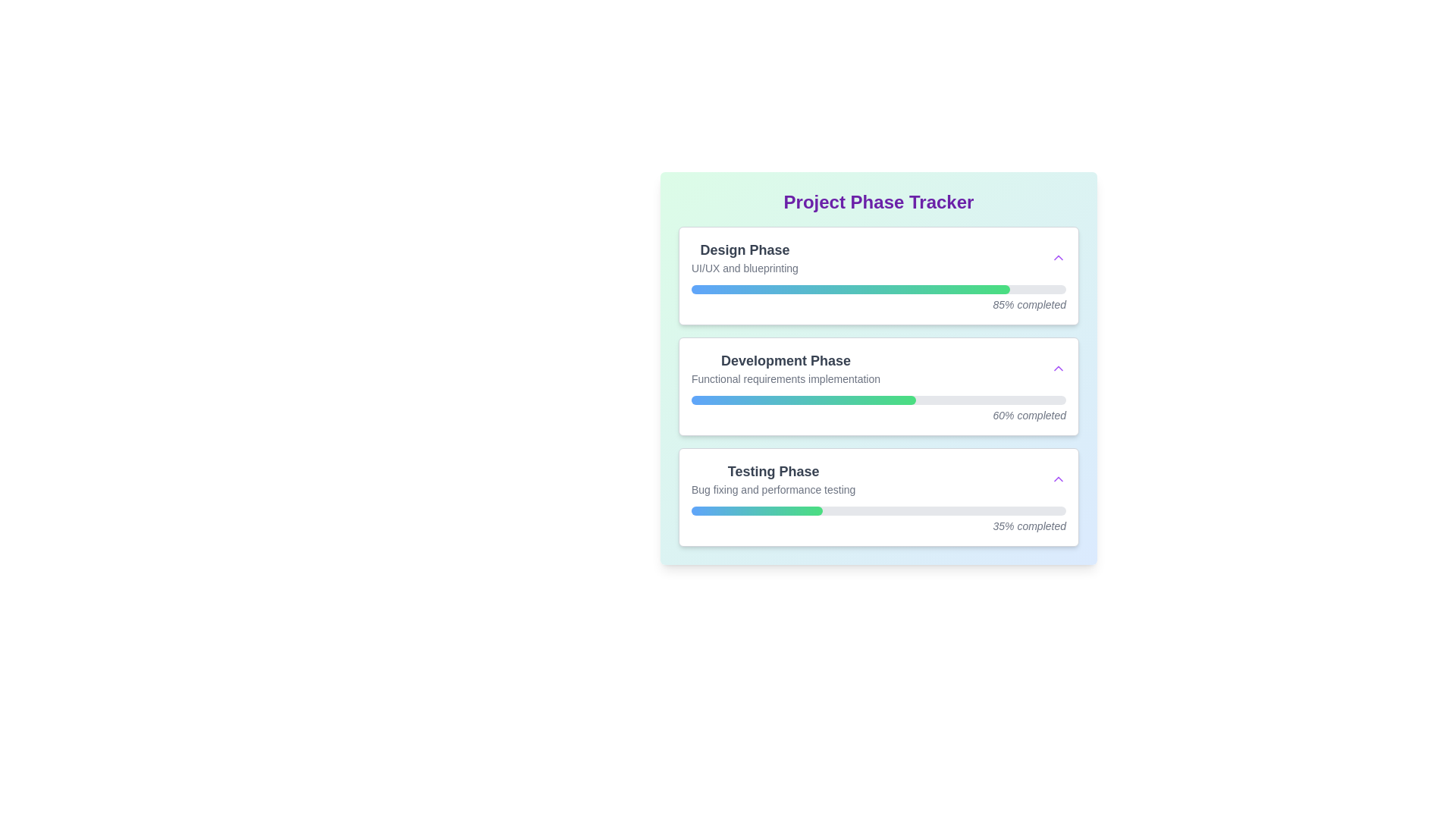  Describe the element at coordinates (850, 289) in the screenshot. I see `properties of the Progress bar segment indicating 85% completion within the 'Design Phase' section` at that location.